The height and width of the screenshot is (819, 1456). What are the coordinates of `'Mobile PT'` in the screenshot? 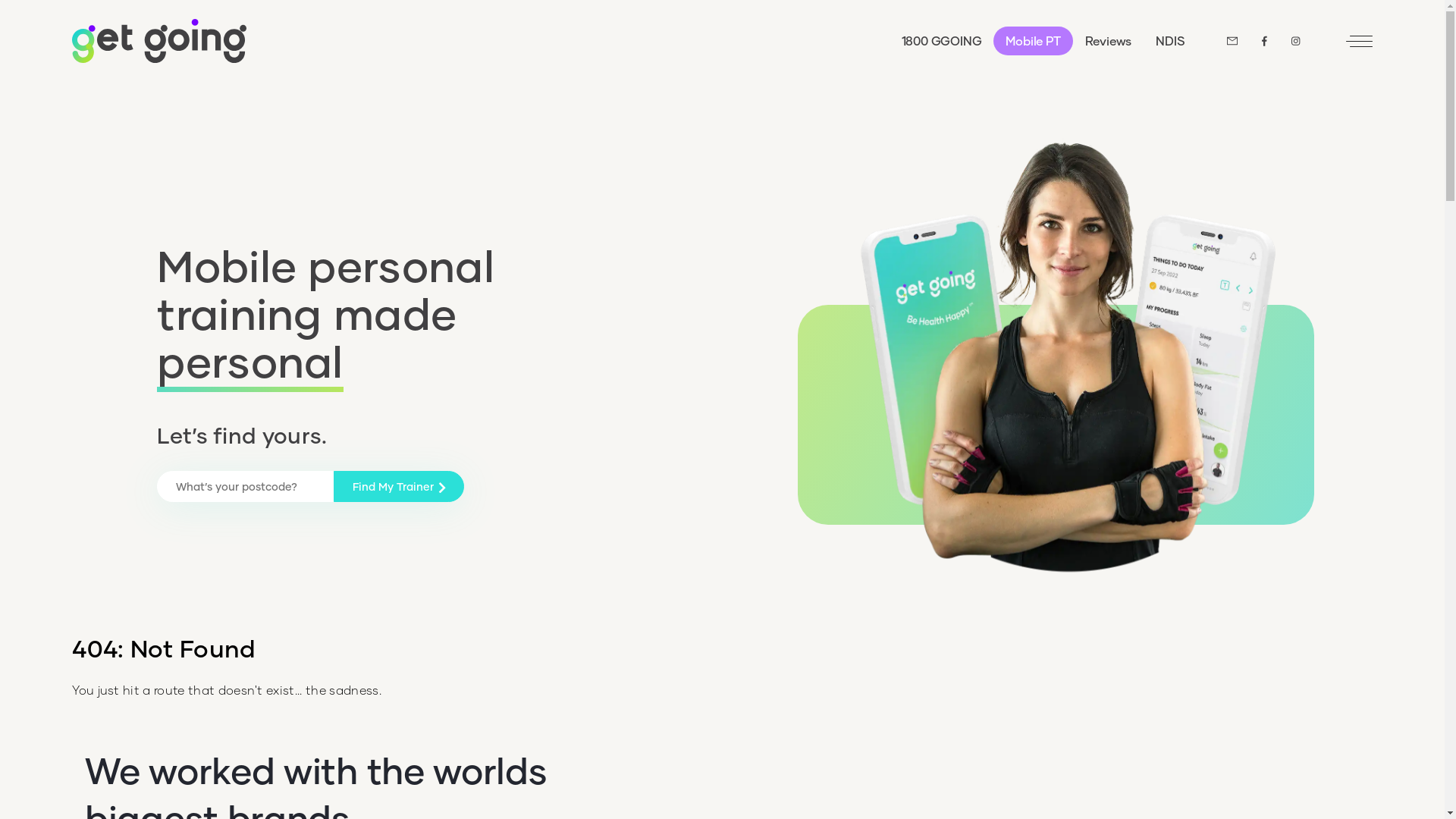 It's located at (1032, 40).